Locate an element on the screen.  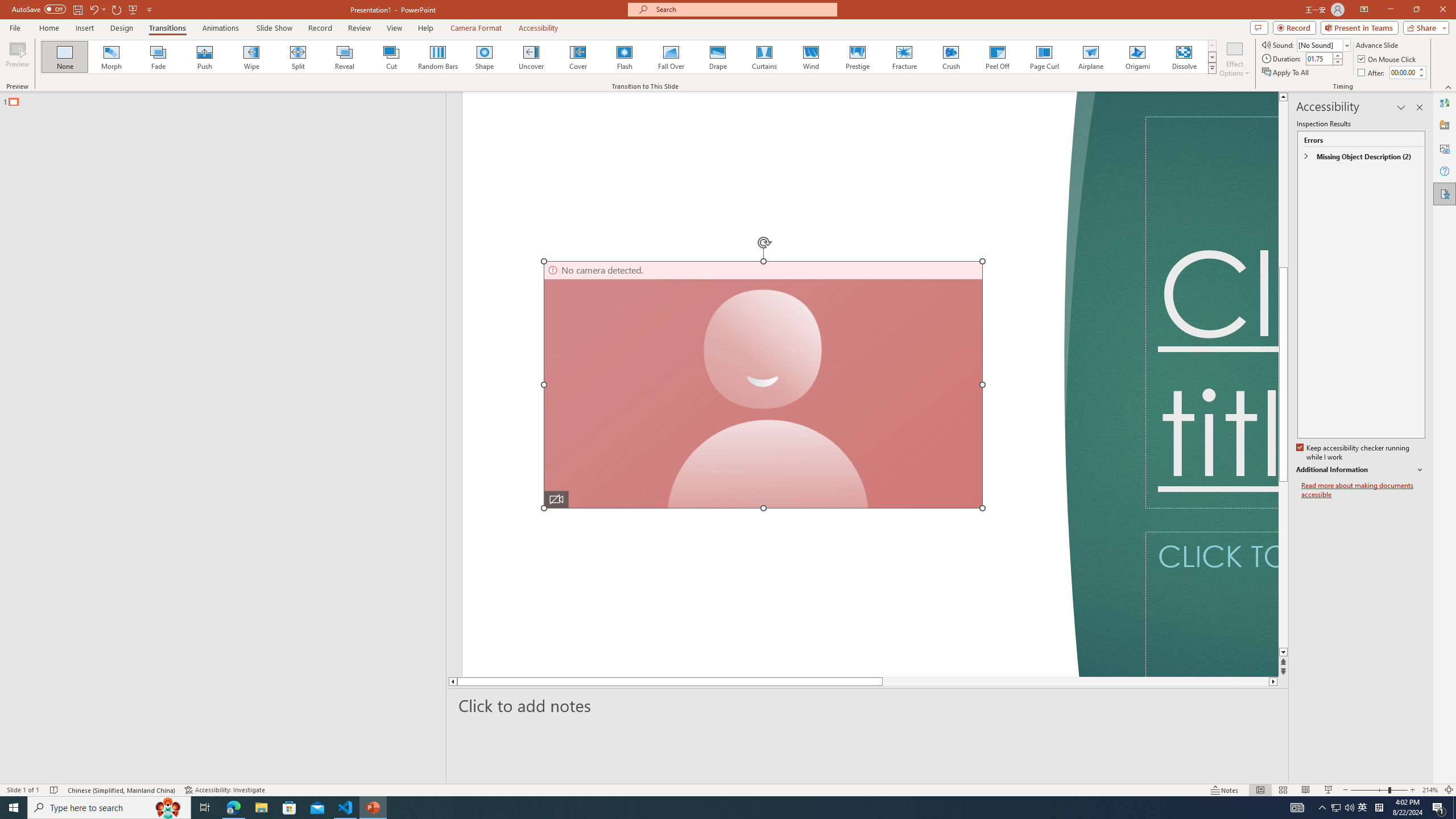
'Preview' is located at coordinates (16, 59).